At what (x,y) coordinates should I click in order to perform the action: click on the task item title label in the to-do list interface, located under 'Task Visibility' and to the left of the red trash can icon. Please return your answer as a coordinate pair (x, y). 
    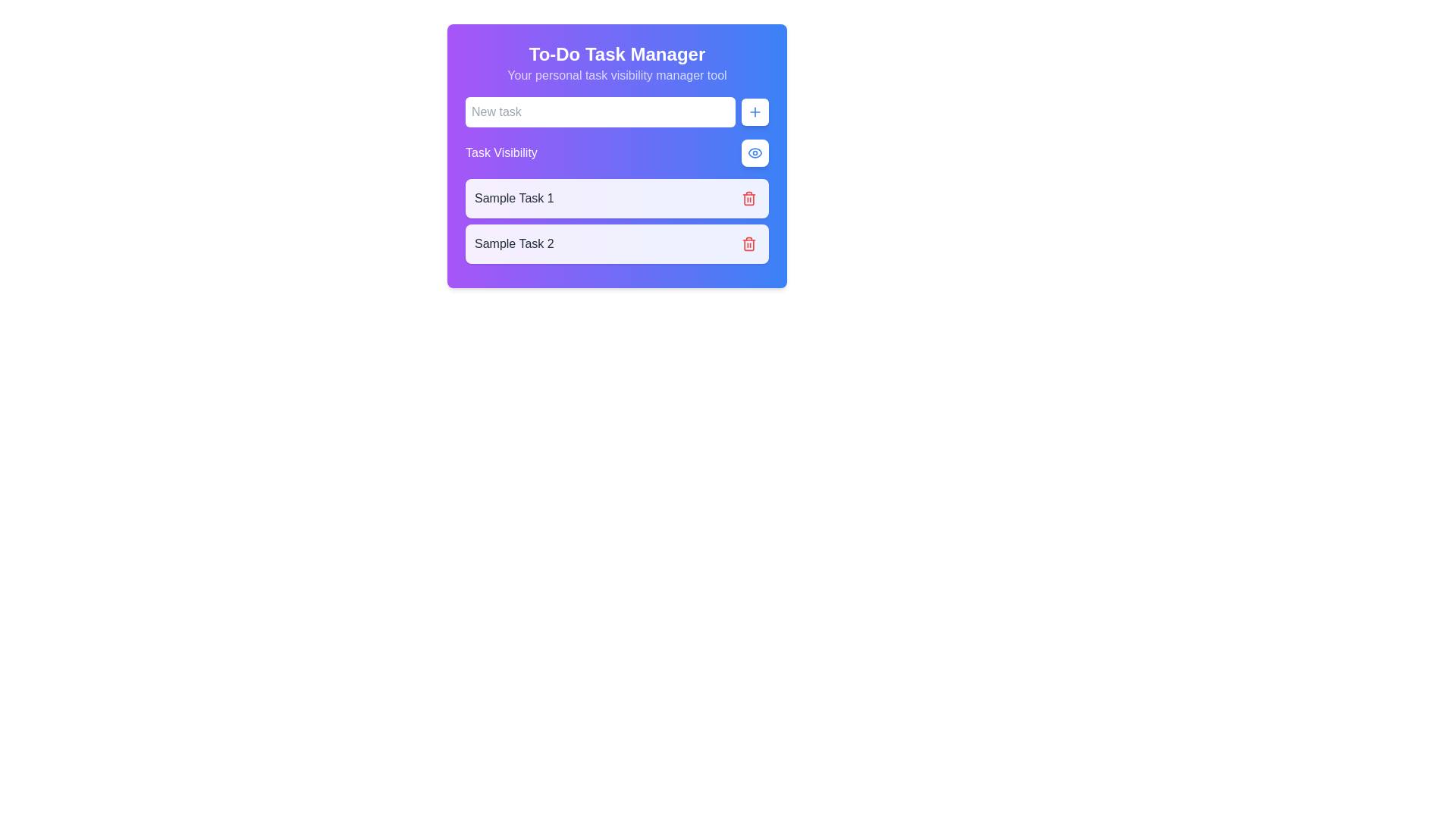
    Looking at the image, I should click on (514, 198).